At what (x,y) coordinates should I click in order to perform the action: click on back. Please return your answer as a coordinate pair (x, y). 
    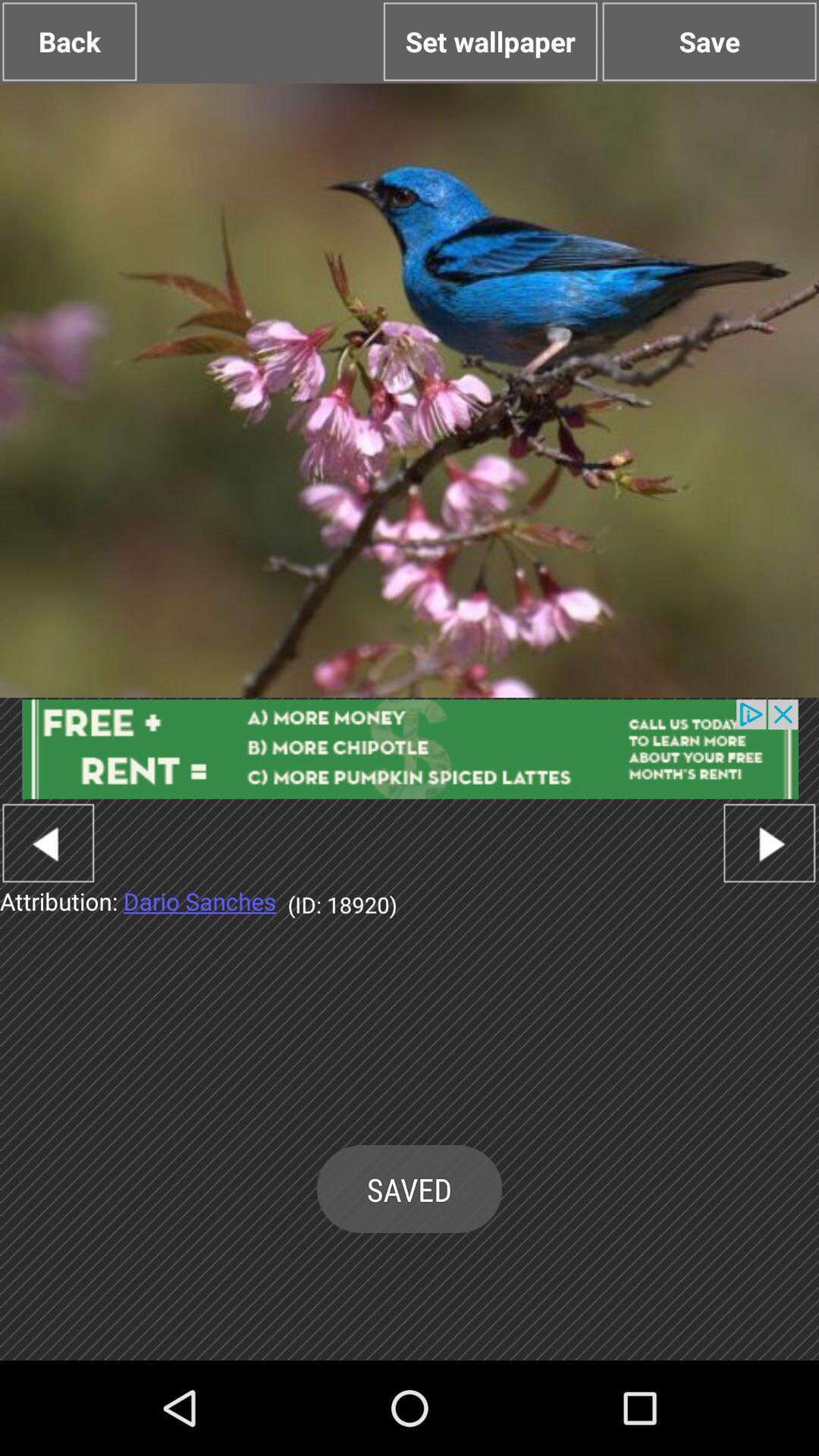
    Looking at the image, I should click on (47, 842).